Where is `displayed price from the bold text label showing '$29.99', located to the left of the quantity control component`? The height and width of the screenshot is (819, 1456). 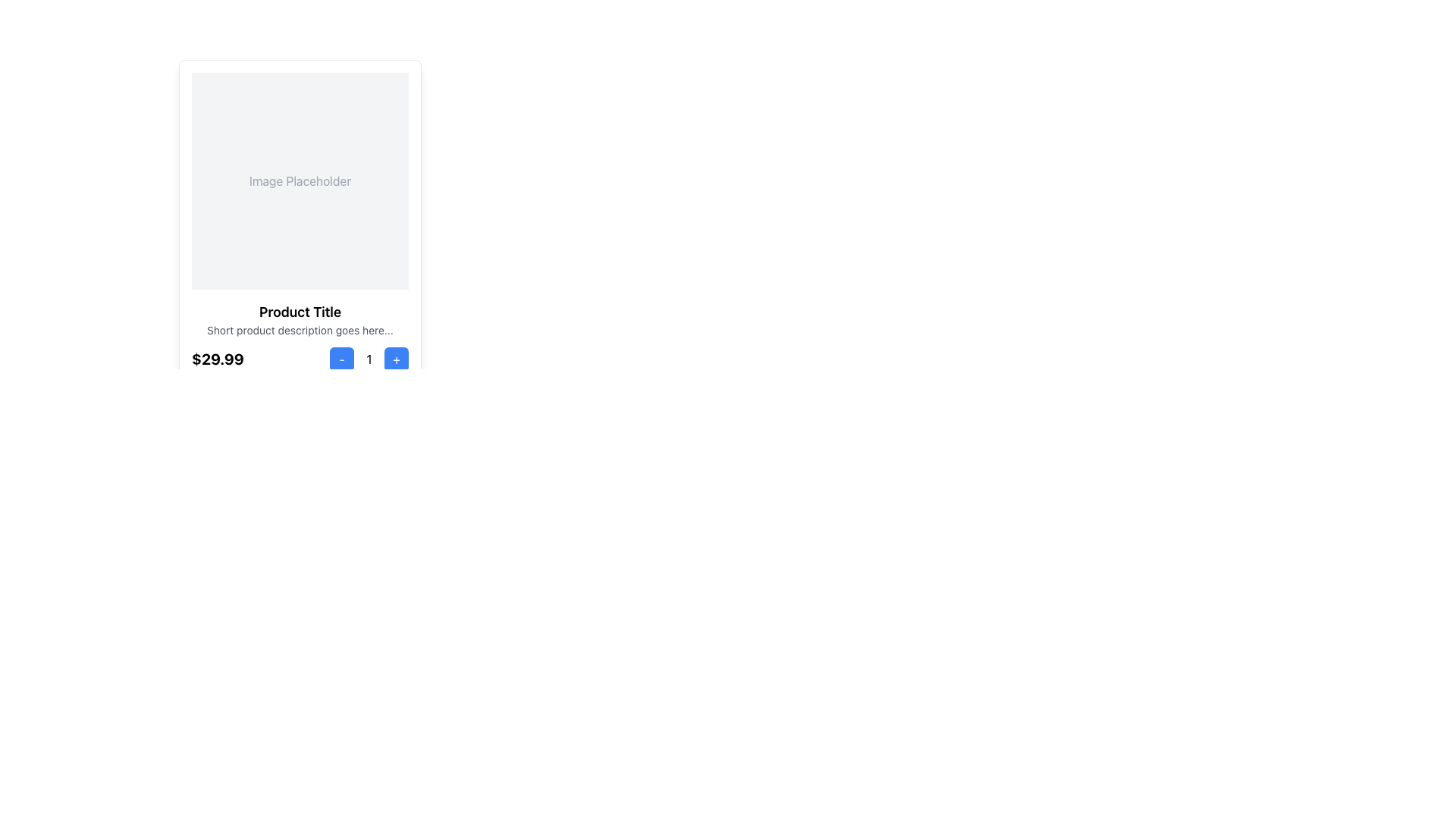 displayed price from the bold text label showing '$29.99', located to the left of the quantity control component is located at coordinates (217, 359).